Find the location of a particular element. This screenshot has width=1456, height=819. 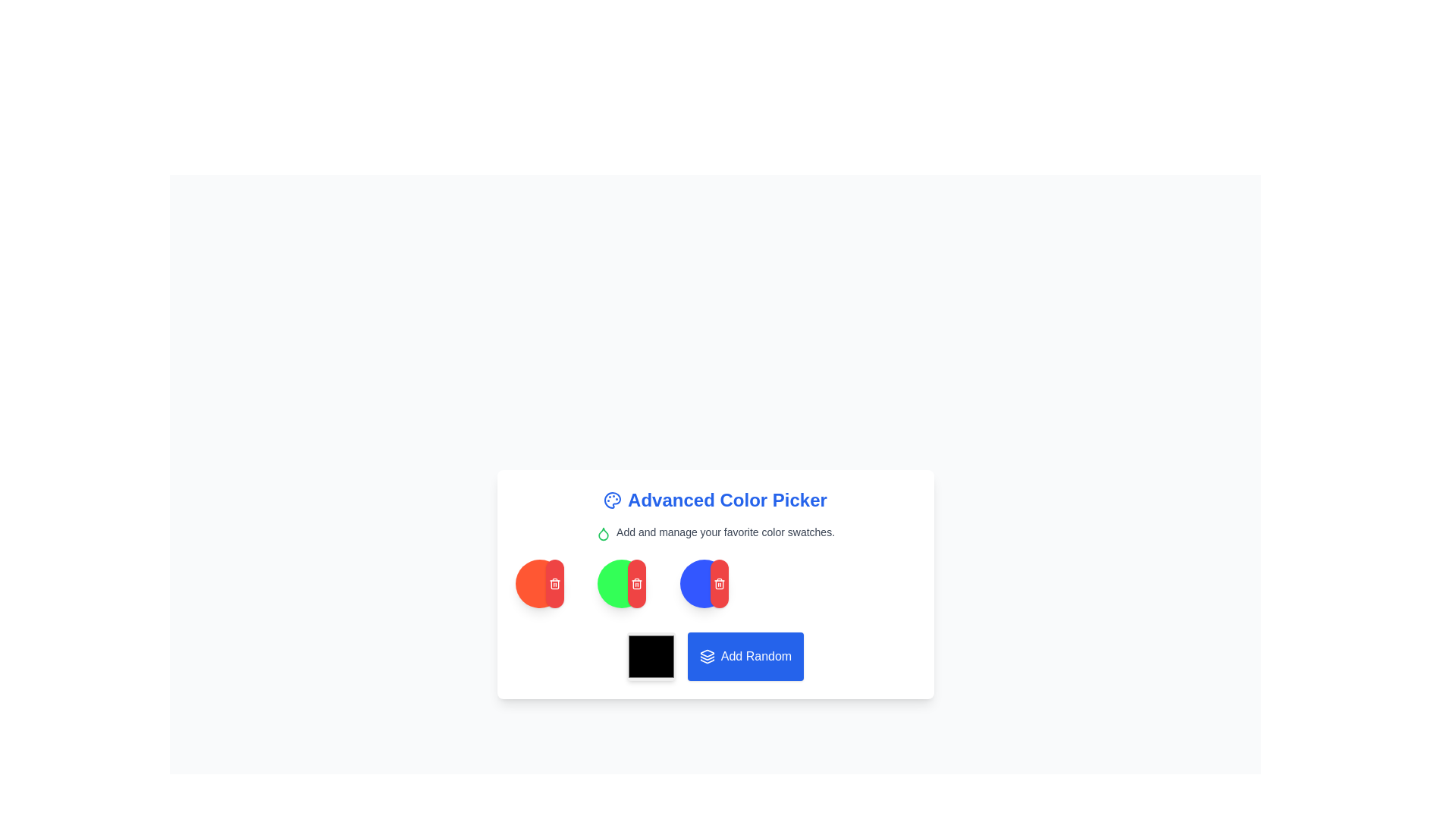

the delete button located on the right side of the green circular area within the middle swatch element in the row of color swatches is located at coordinates (637, 582).